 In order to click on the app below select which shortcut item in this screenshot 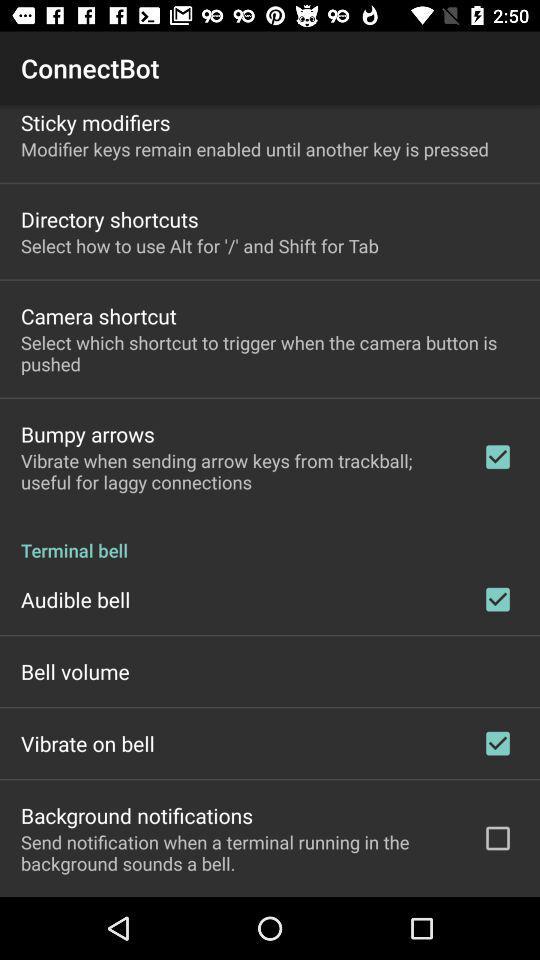, I will do `click(86, 434)`.